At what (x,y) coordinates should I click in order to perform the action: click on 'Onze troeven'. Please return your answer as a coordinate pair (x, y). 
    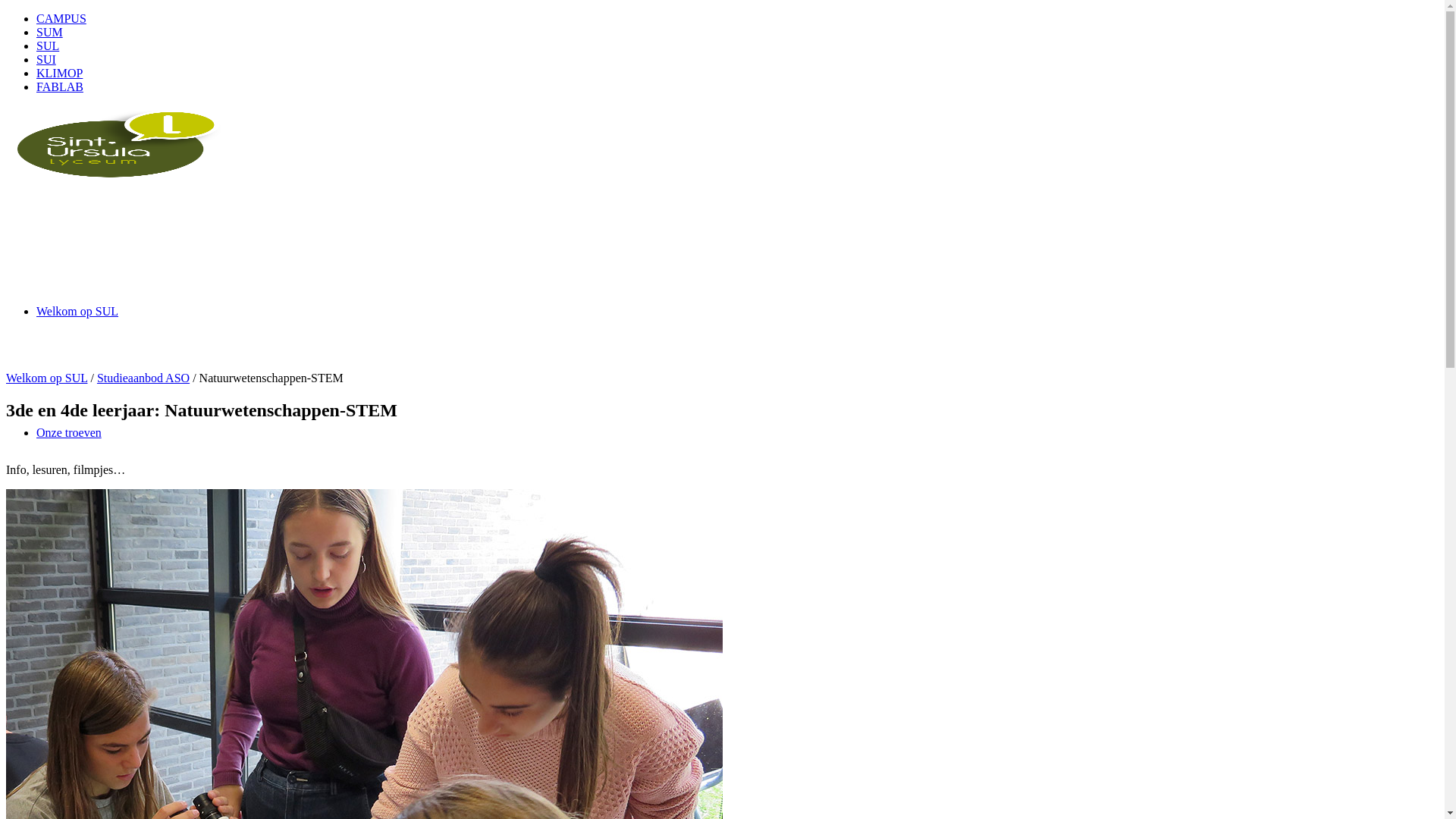
    Looking at the image, I should click on (68, 432).